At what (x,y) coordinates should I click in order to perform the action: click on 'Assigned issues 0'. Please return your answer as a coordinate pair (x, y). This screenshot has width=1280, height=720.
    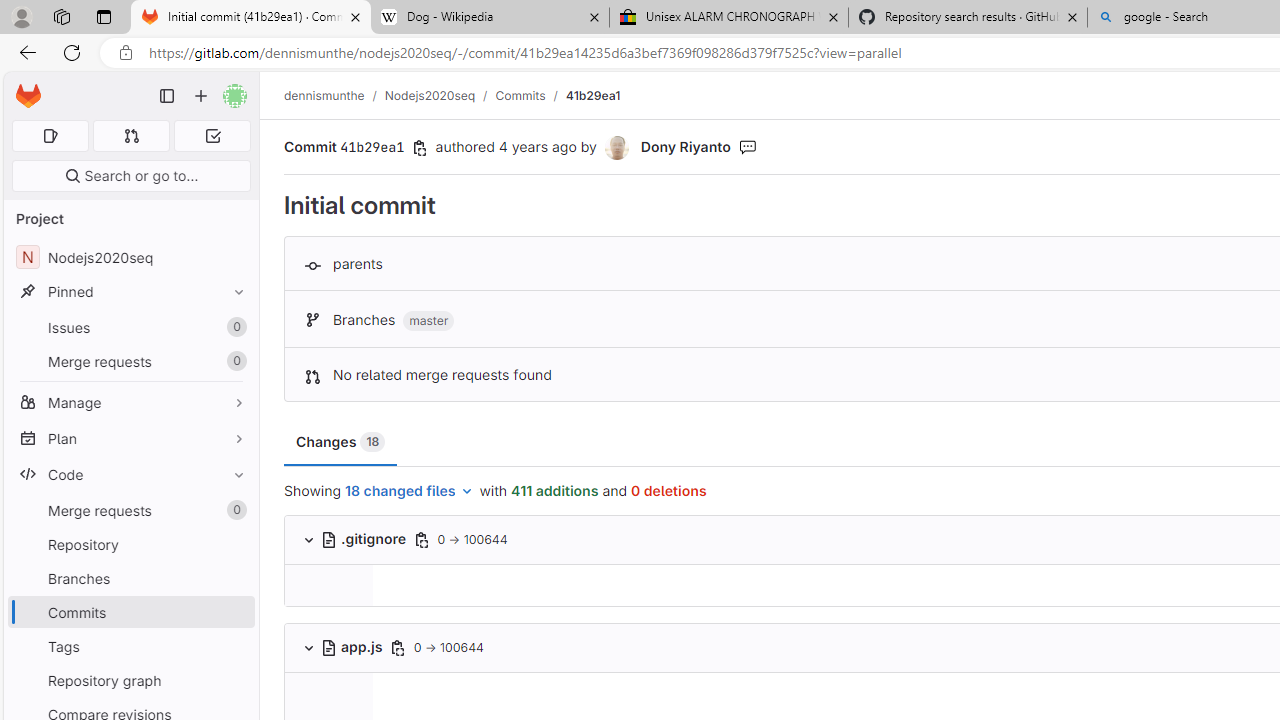
    Looking at the image, I should click on (50, 135).